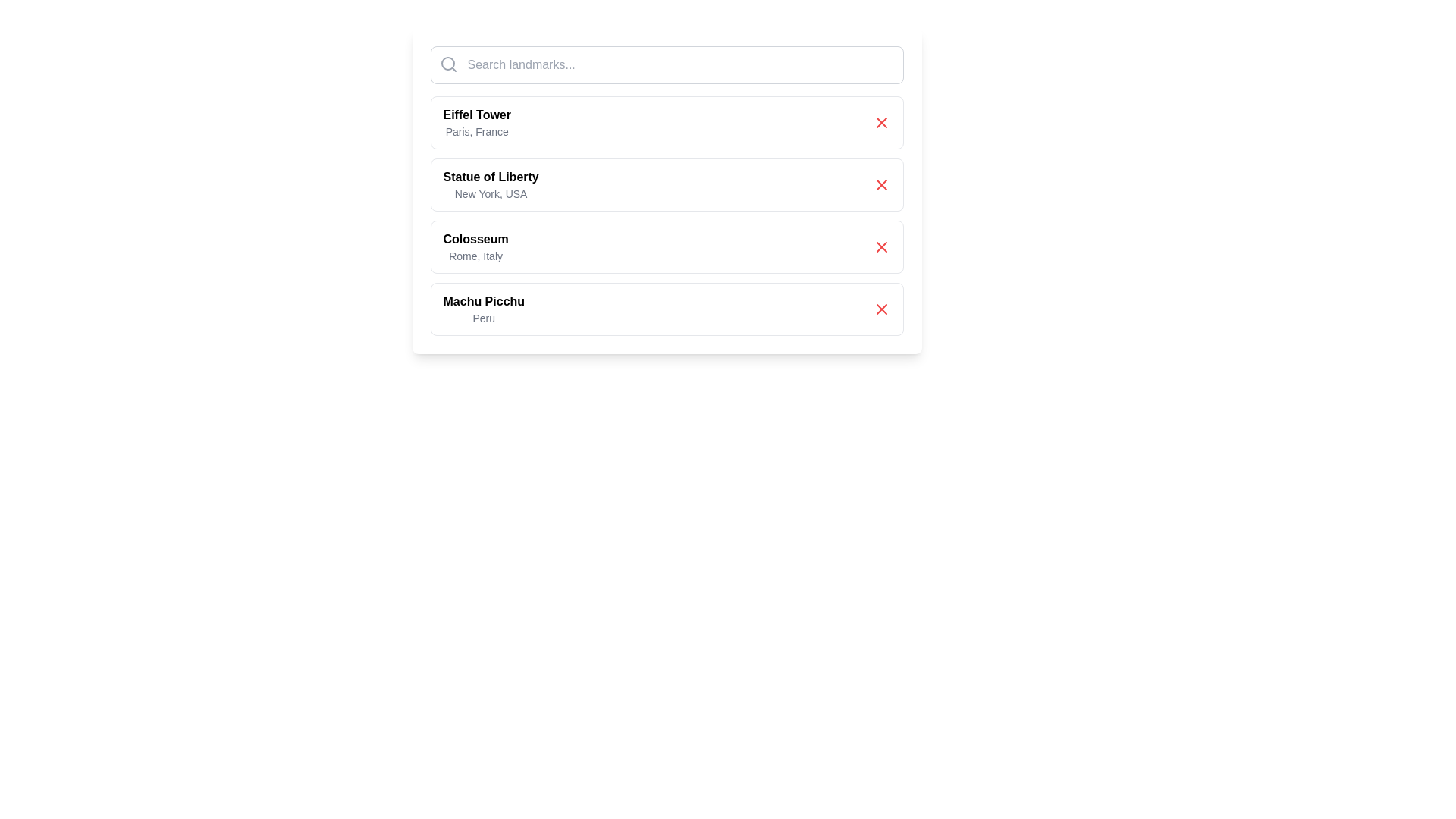 This screenshot has height=819, width=1456. I want to click on the interactive list item for 'Statue of Liberty', which is the second item in the vertical list of landmarks, positioned below 'Eiffel Tower' and above 'Colosseum', so click(491, 184).